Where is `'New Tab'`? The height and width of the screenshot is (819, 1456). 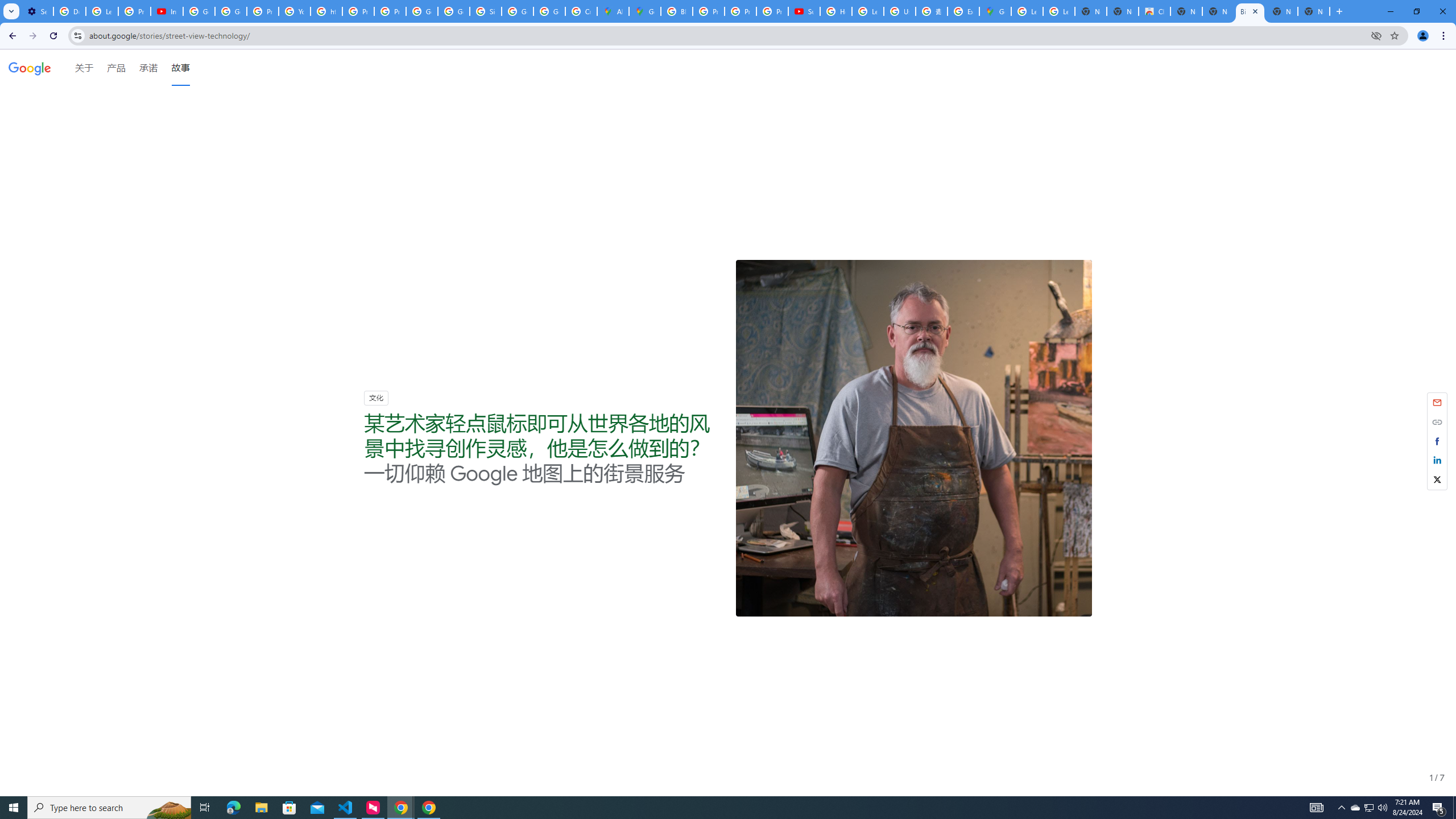
'New Tab' is located at coordinates (1314, 11).